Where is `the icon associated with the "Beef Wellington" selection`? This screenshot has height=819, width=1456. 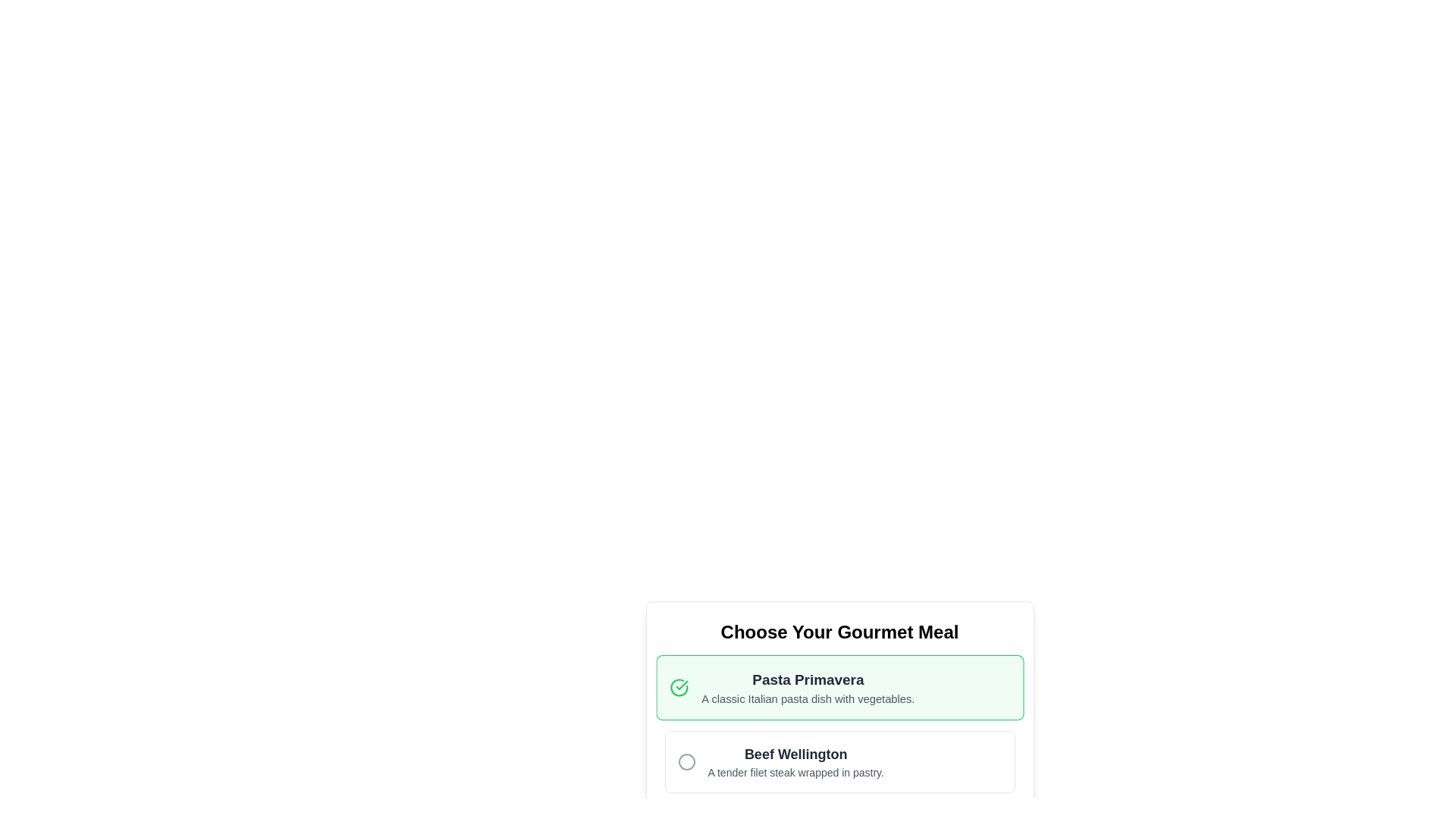 the icon associated with the "Beef Wellington" selection is located at coordinates (686, 762).